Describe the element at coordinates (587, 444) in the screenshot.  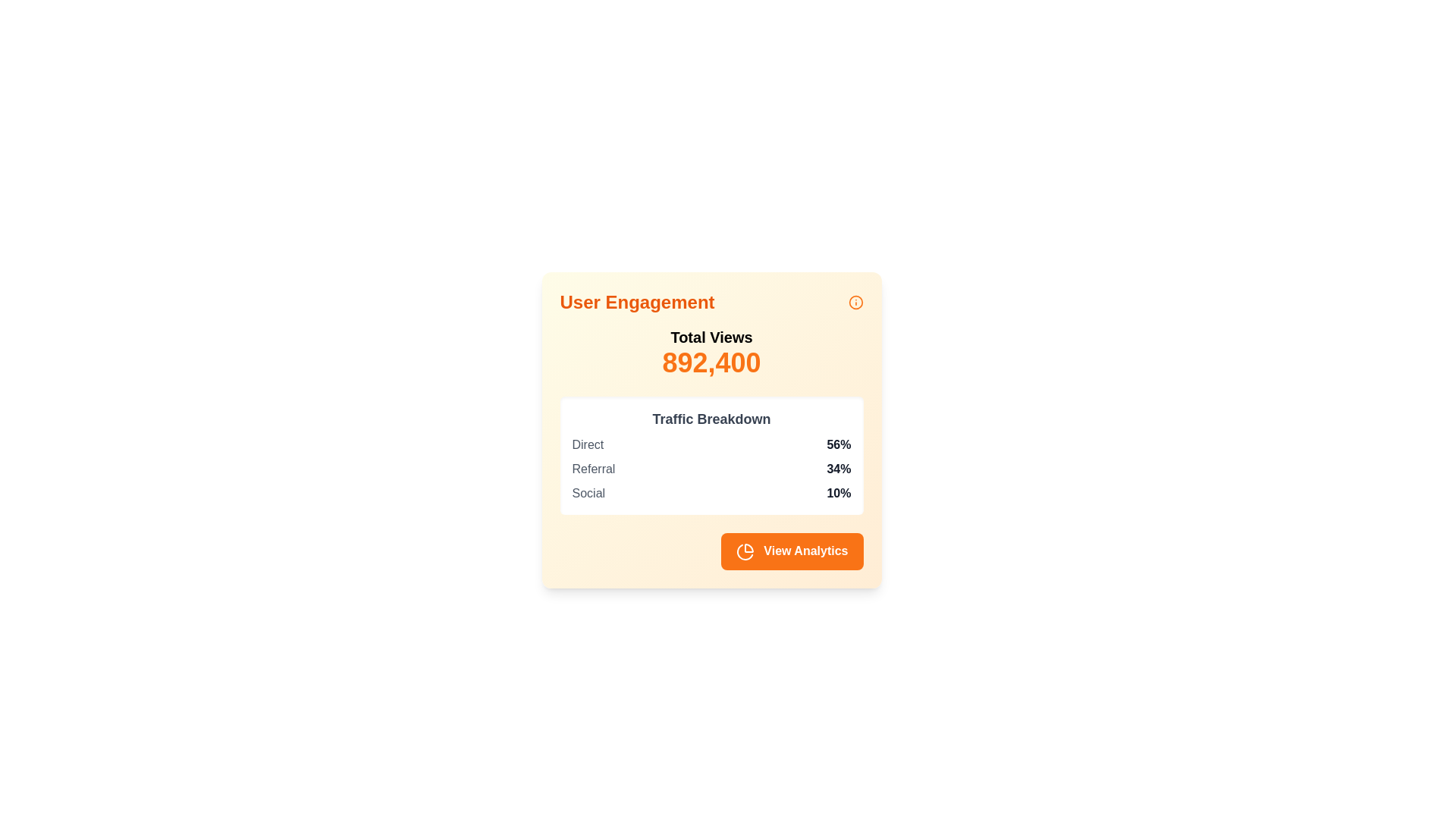
I see `the 'Direct' traffic source label in the Traffic Breakdown section of the card` at that location.